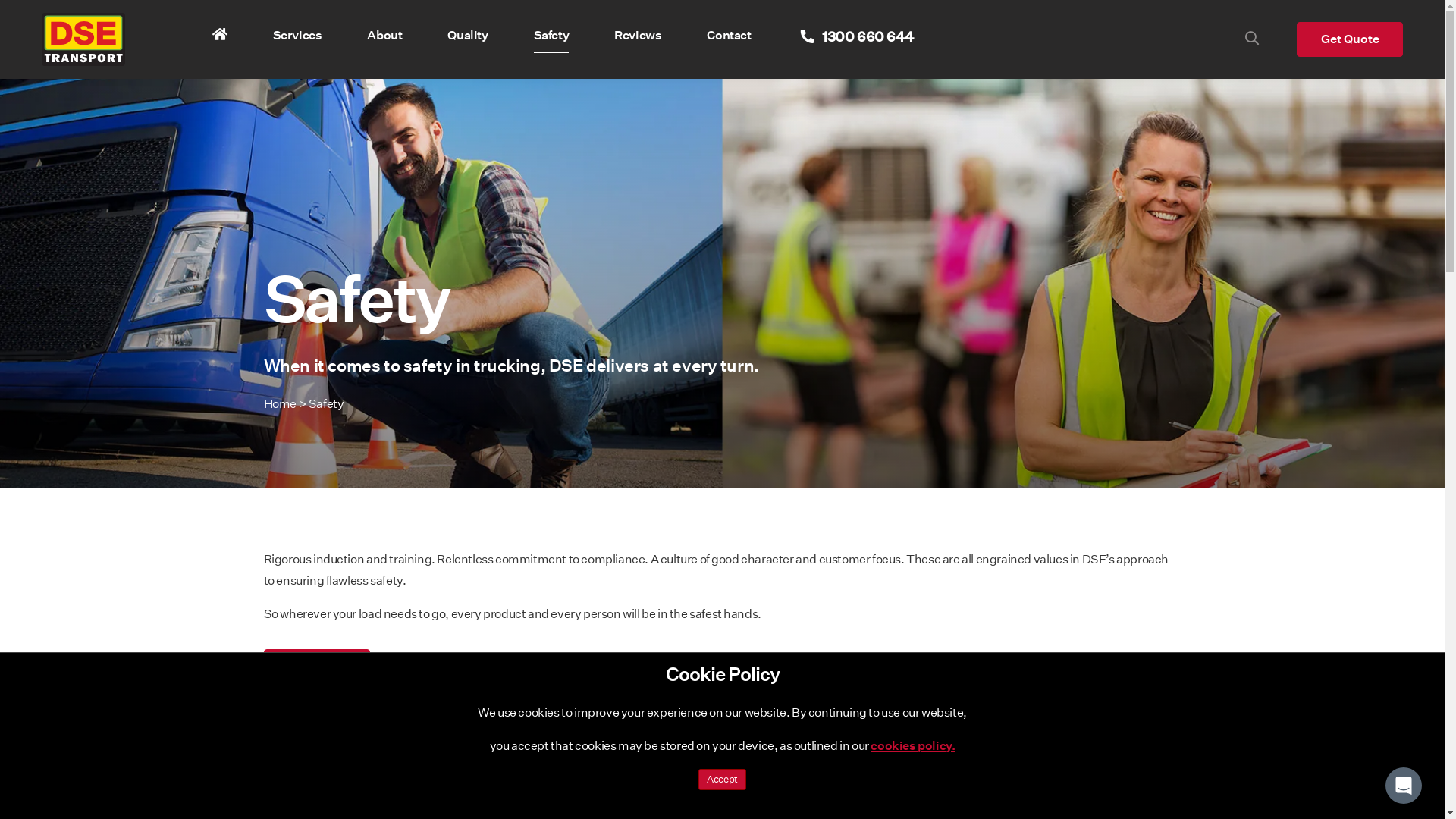  What do you see at coordinates (1350, 38) in the screenshot?
I see `'Get Quote'` at bounding box center [1350, 38].